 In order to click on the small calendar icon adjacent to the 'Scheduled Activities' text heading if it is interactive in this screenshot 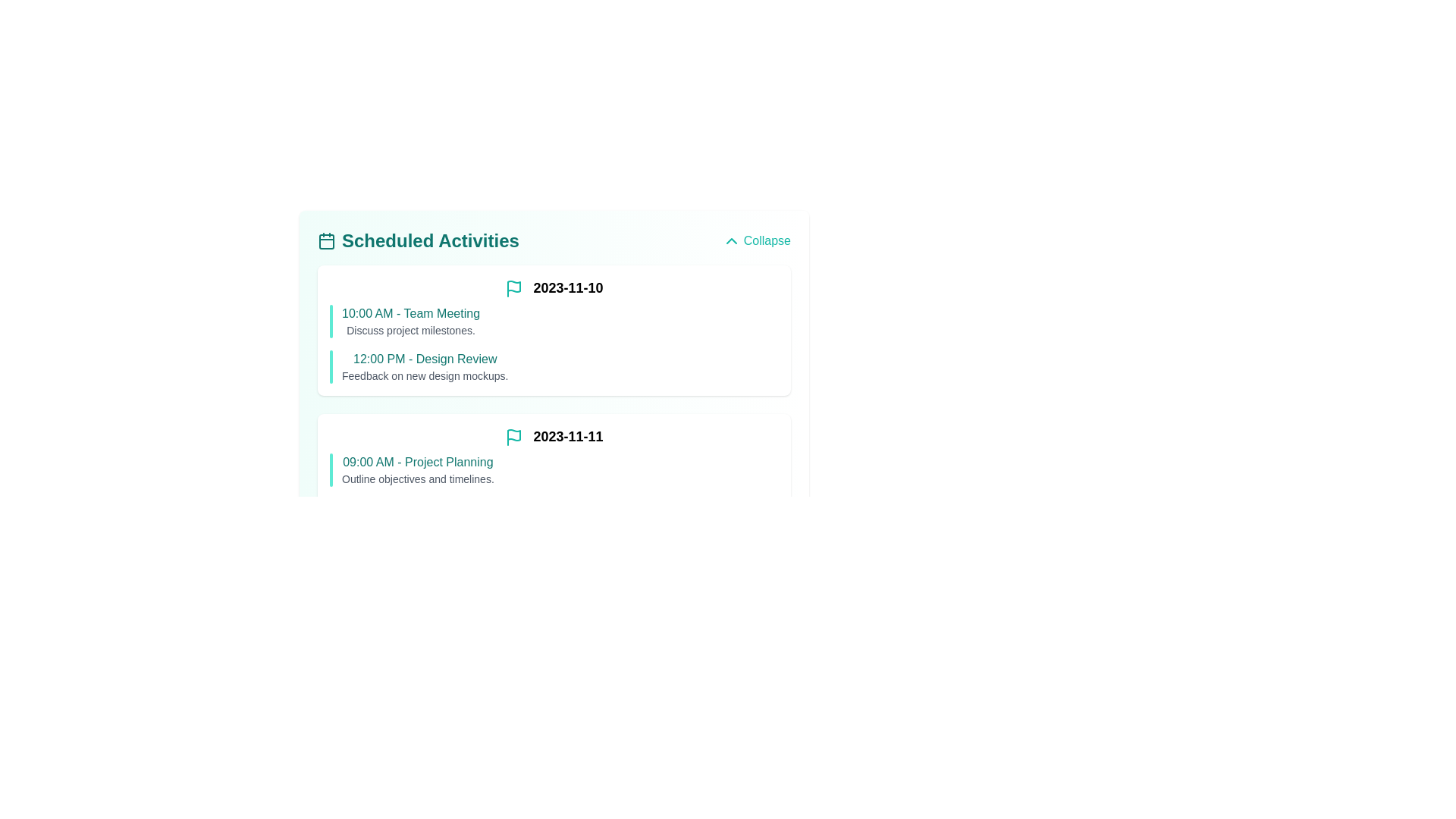, I will do `click(419, 240)`.